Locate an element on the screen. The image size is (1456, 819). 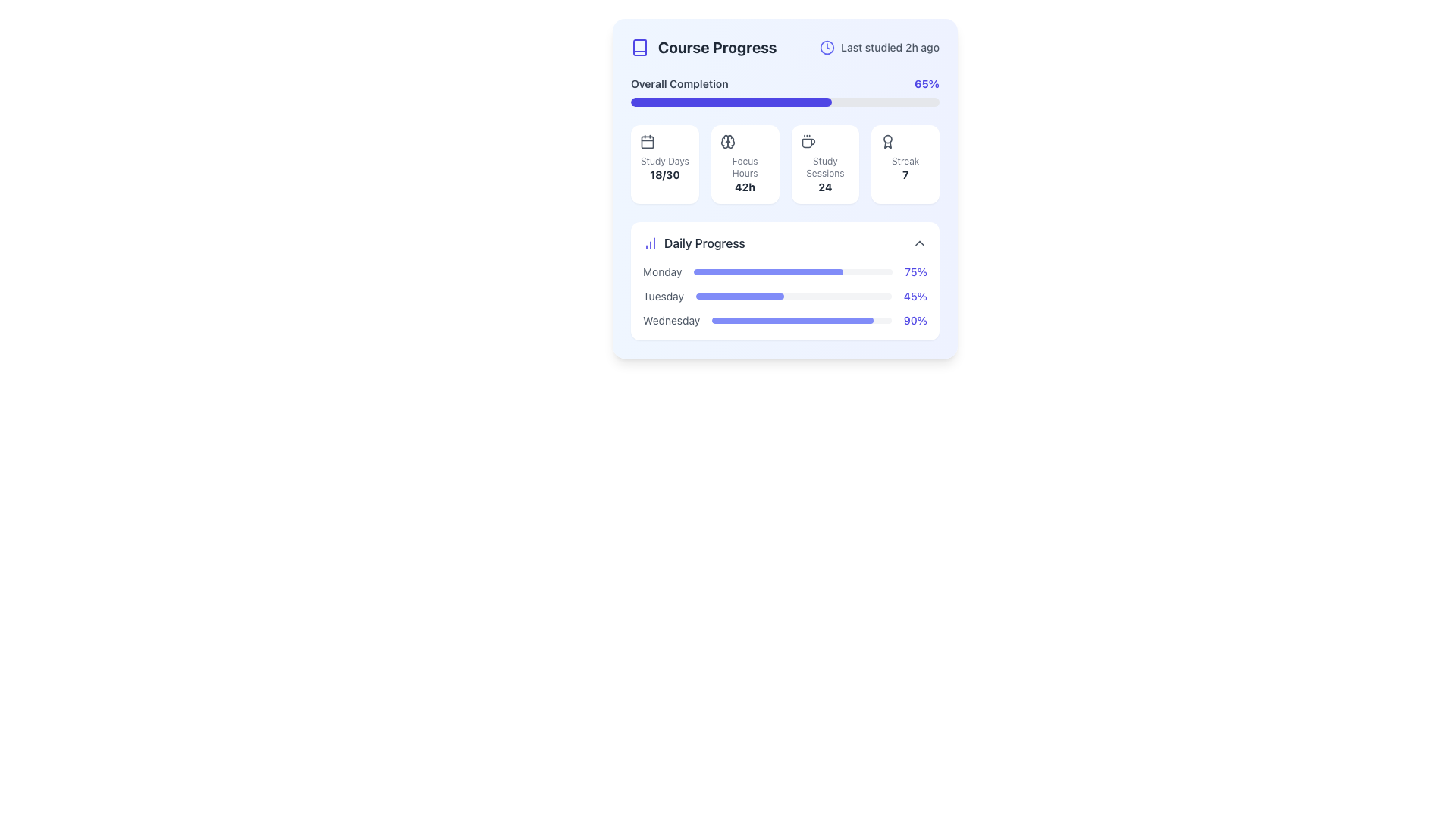
the static calendar icon located in the top left of the 'Course Progress' section, which visually represents study days is located at coordinates (648, 141).